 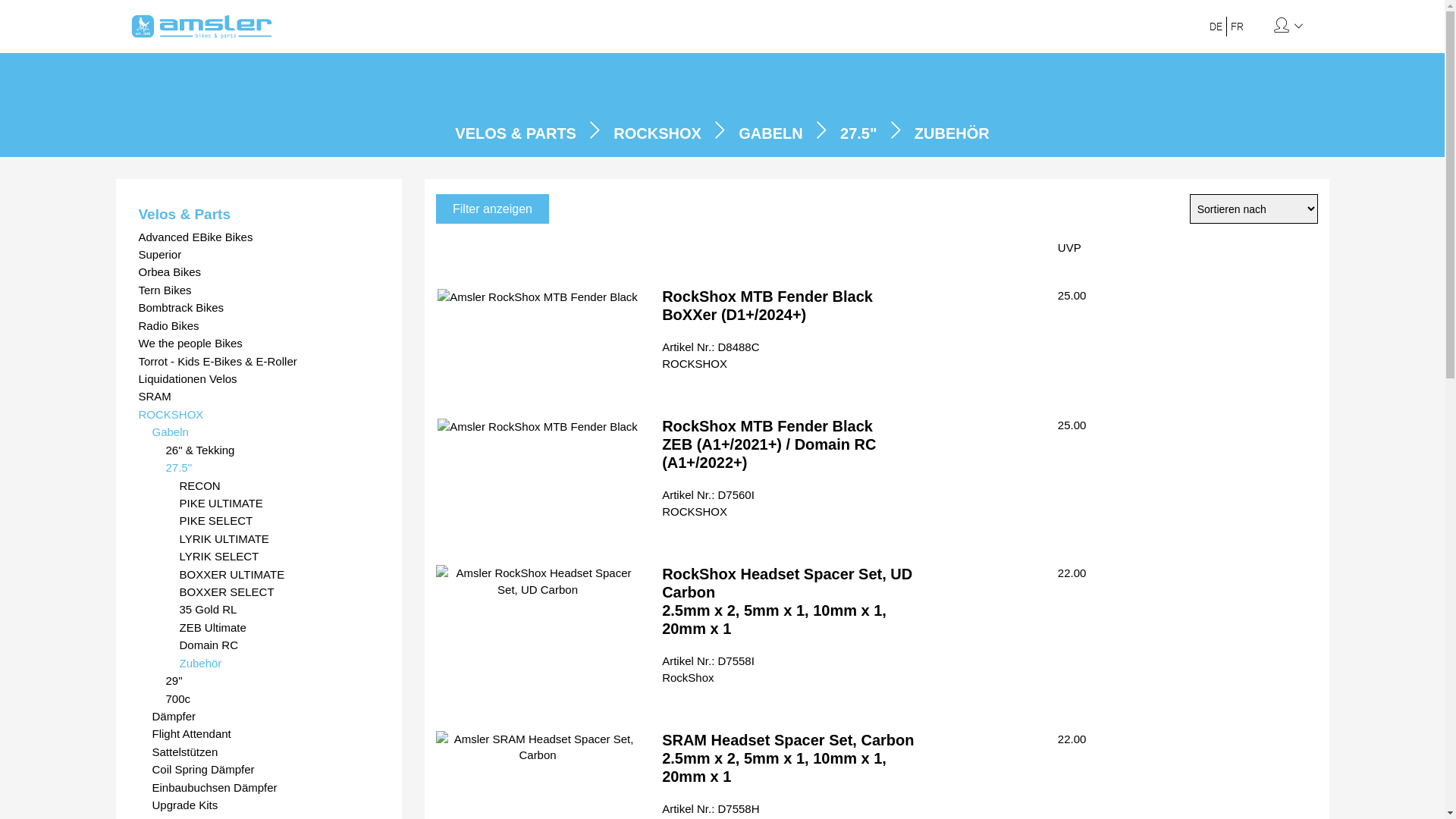 What do you see at coordinates (272, 449) in the screenshot?
I see `'26" & Tekking'` at bounding box center [272, 449].